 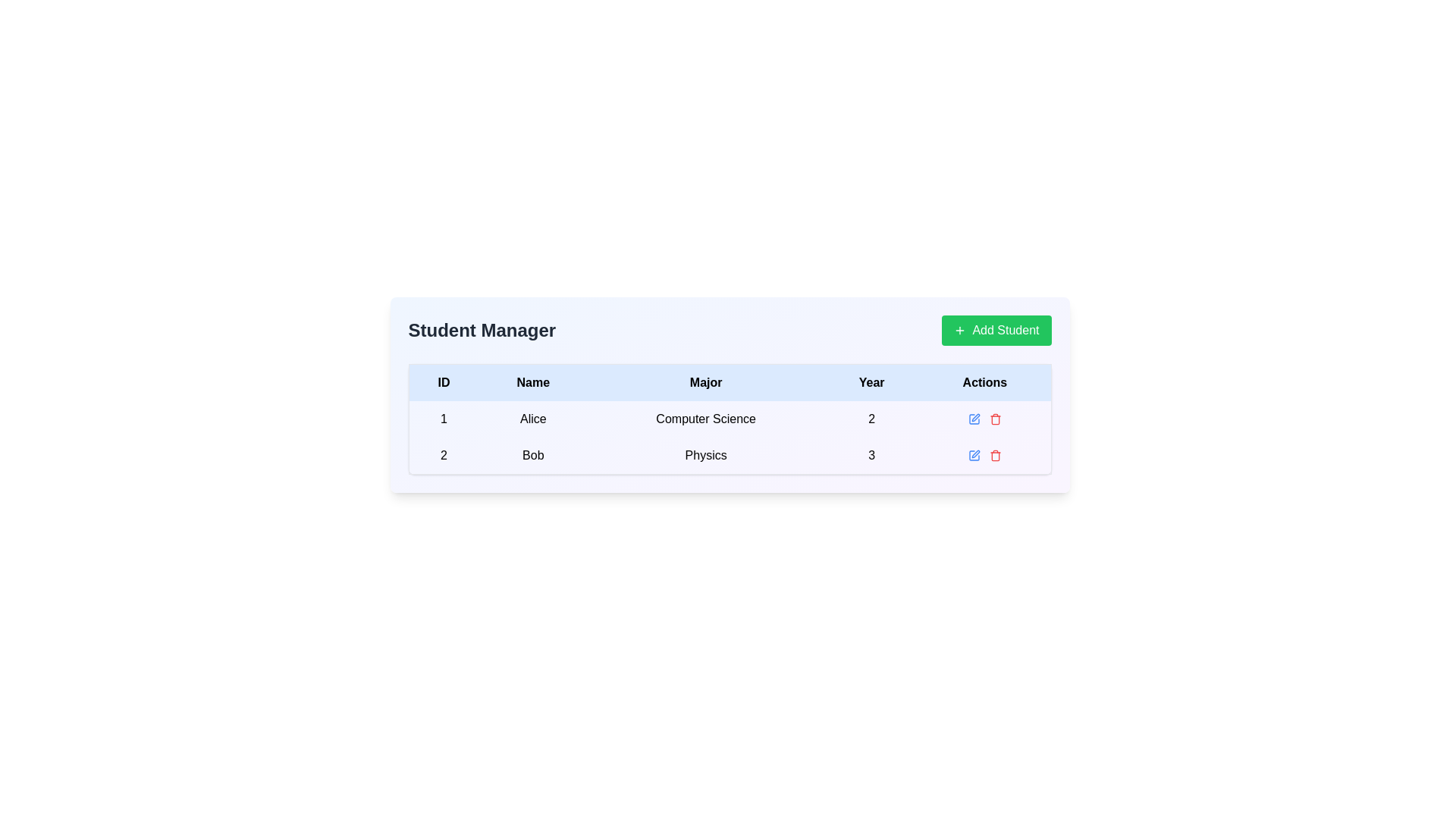 I want to click on the text label 'Actions' which is styled in bold and located at the rightmost end of the tabular header containing other labels such as 'ID', 'Name', 'Major', and 'Year', so click(x=985, y=381).